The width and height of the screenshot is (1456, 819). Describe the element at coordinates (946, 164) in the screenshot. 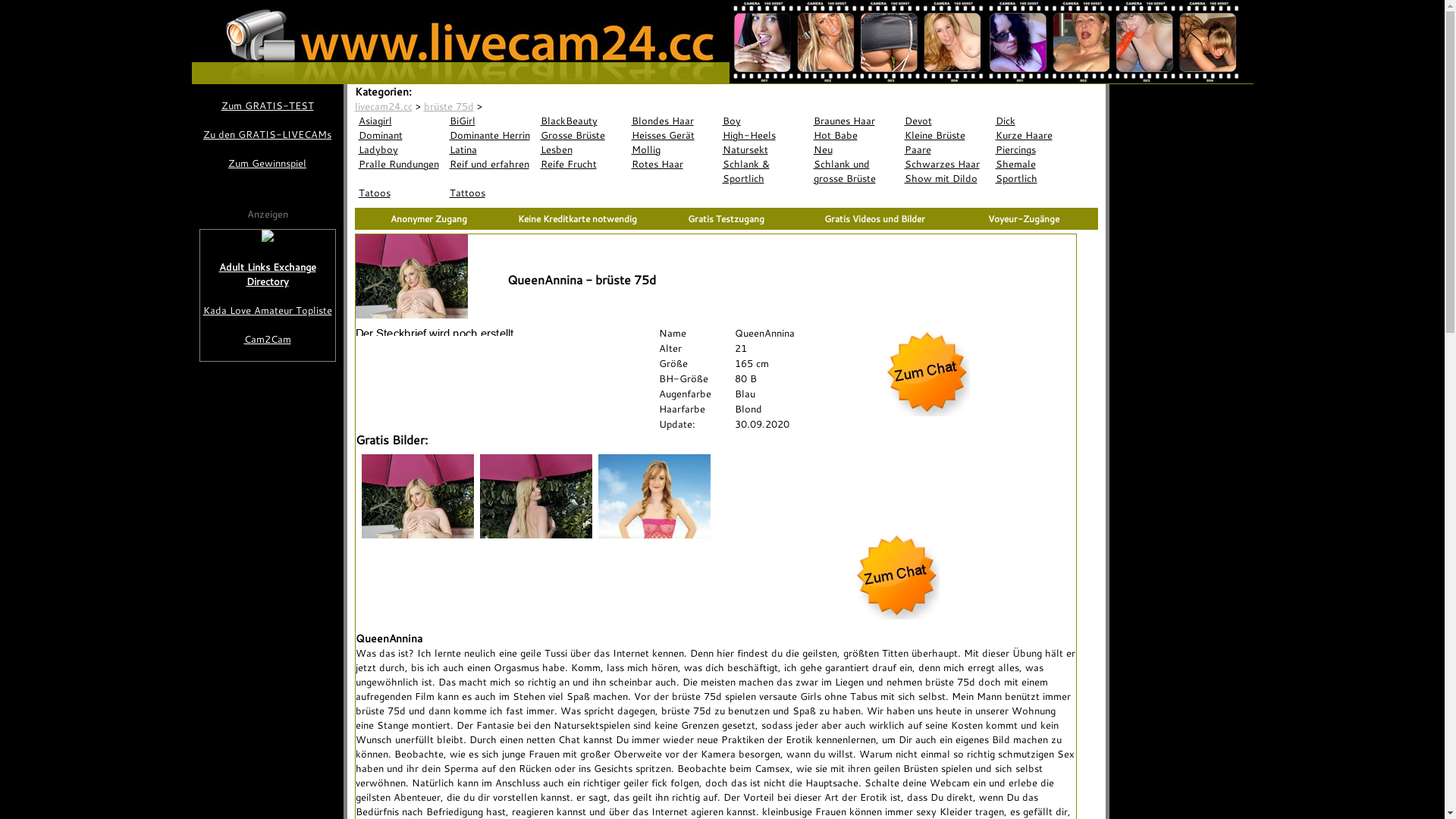

I see `'Schwarzes Haar'` at that location.